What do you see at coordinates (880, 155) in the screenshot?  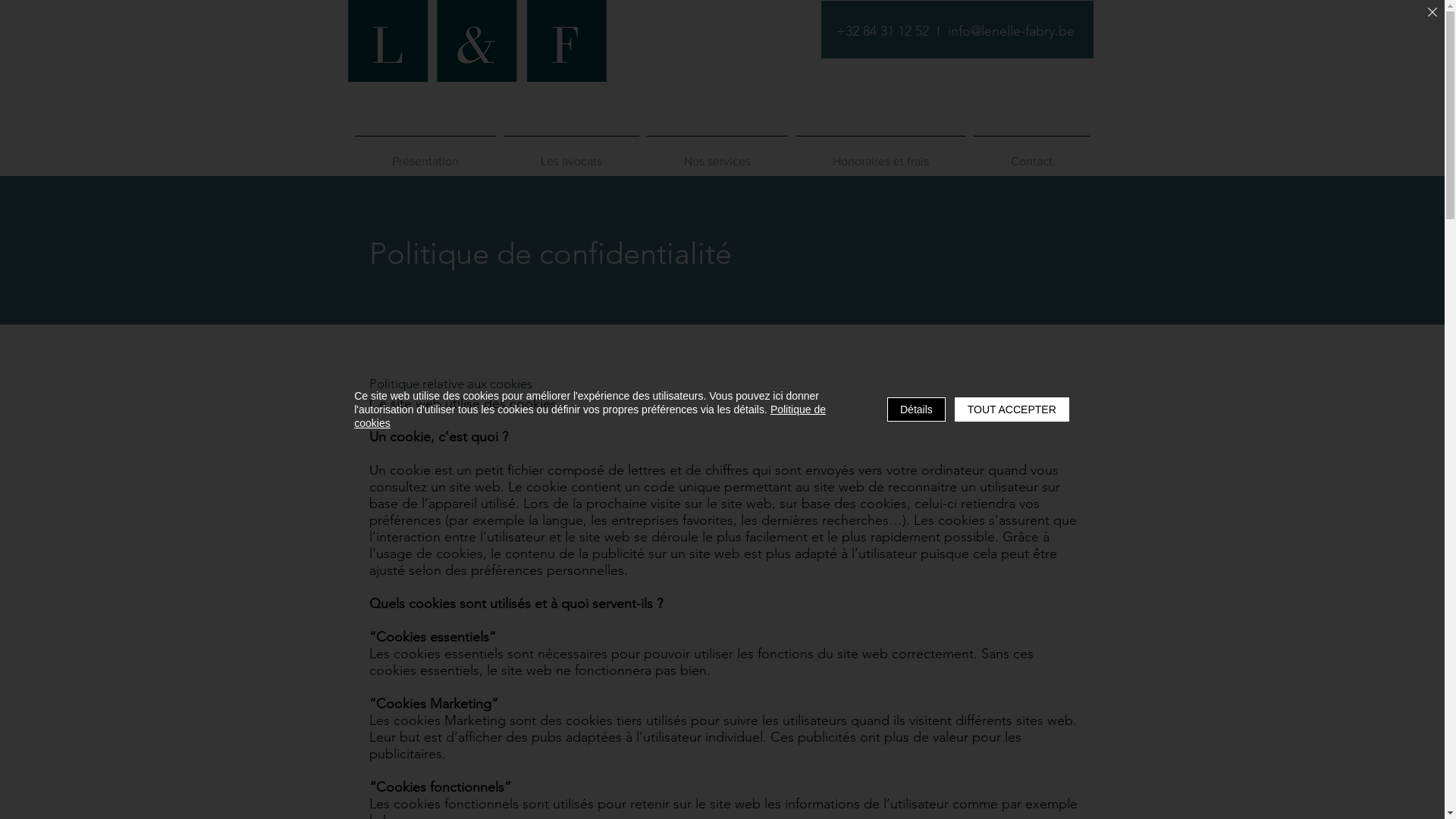 I see `'Honoraires et frais'` at bounding box center [880, 155].